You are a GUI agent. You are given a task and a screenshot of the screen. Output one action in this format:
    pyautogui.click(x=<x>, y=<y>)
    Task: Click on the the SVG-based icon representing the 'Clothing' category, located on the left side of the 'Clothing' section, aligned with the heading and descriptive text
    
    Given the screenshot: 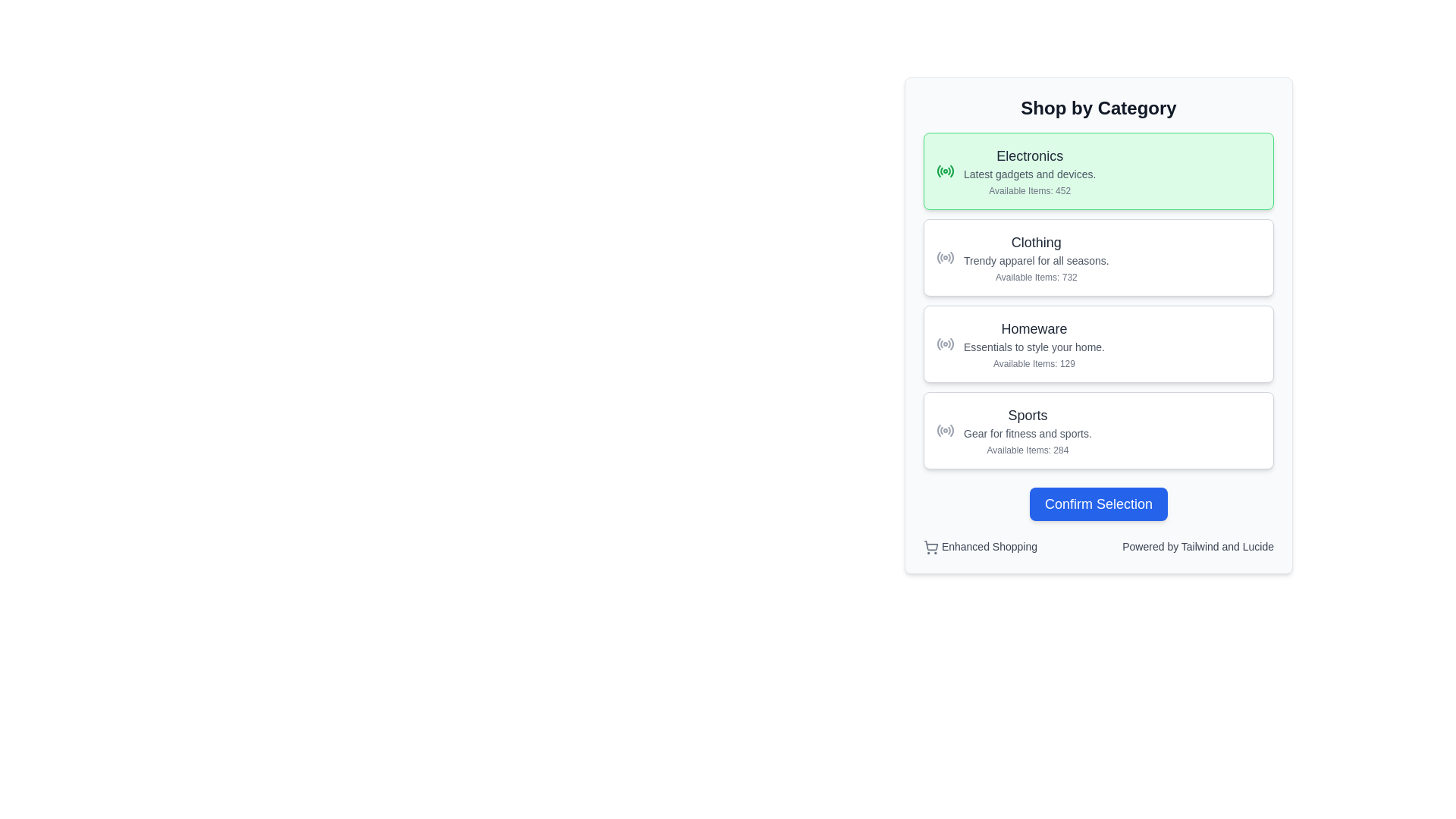 What is the action you would take?
    pyautogui.click(x=945, y=256)
    